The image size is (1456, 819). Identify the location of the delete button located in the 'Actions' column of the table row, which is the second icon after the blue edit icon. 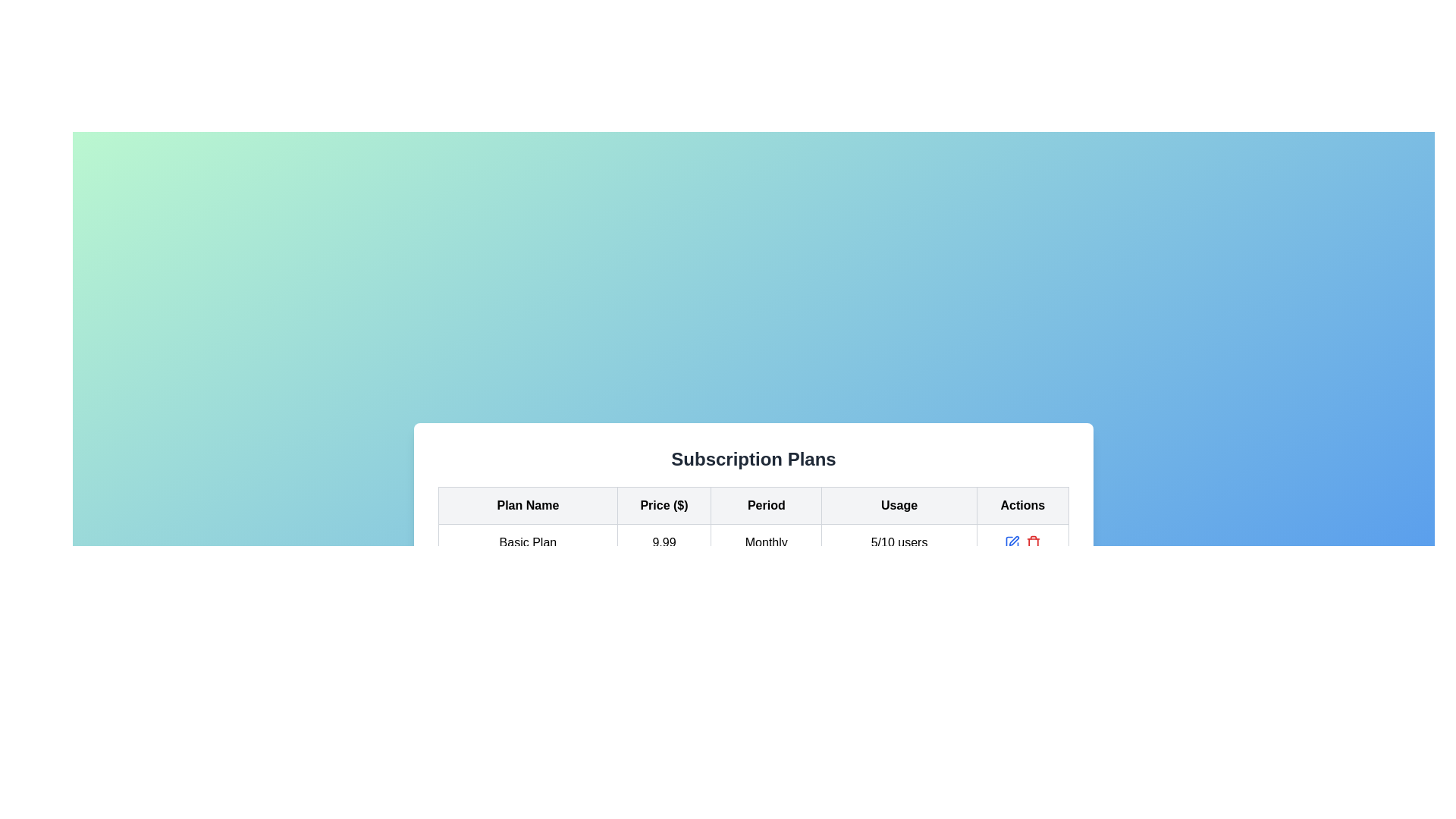
(1032, 541).